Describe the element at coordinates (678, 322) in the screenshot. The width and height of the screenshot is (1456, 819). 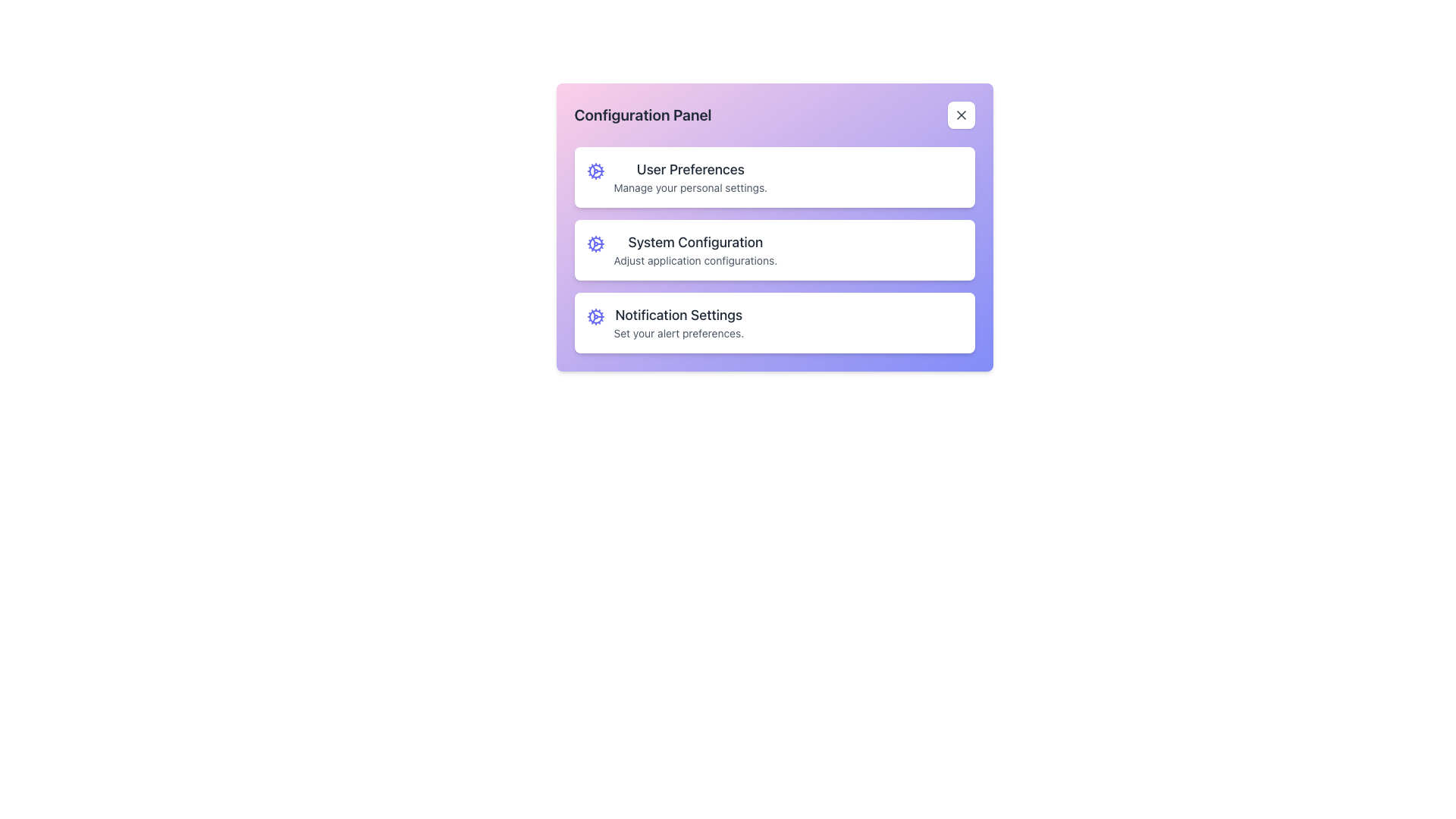
I see `text of the 'Notification Settings' label, which includes the bold title and the descriptive subtext beneath it` at that location.